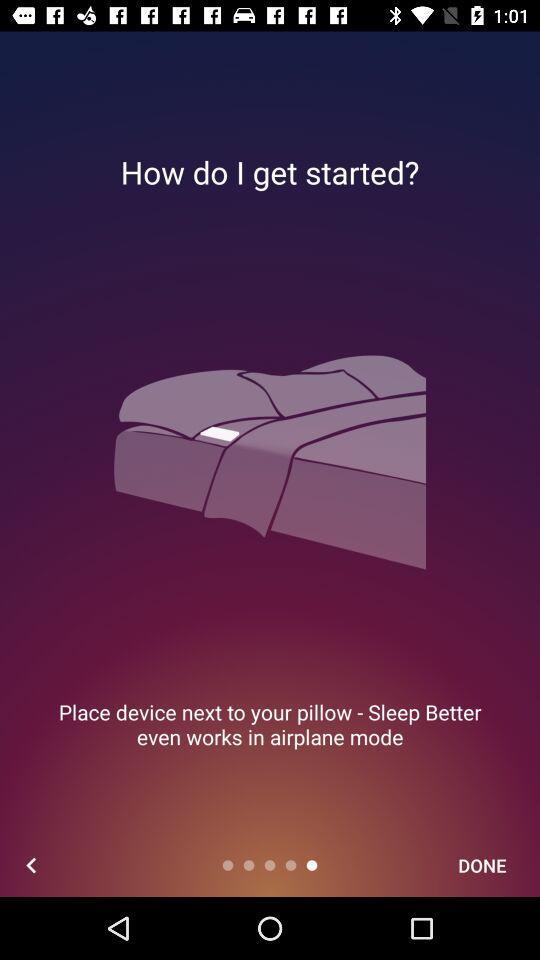 This screenshot has height=960, width=540. I want to click on the icon at the bottom left corner, so click(30, 864).